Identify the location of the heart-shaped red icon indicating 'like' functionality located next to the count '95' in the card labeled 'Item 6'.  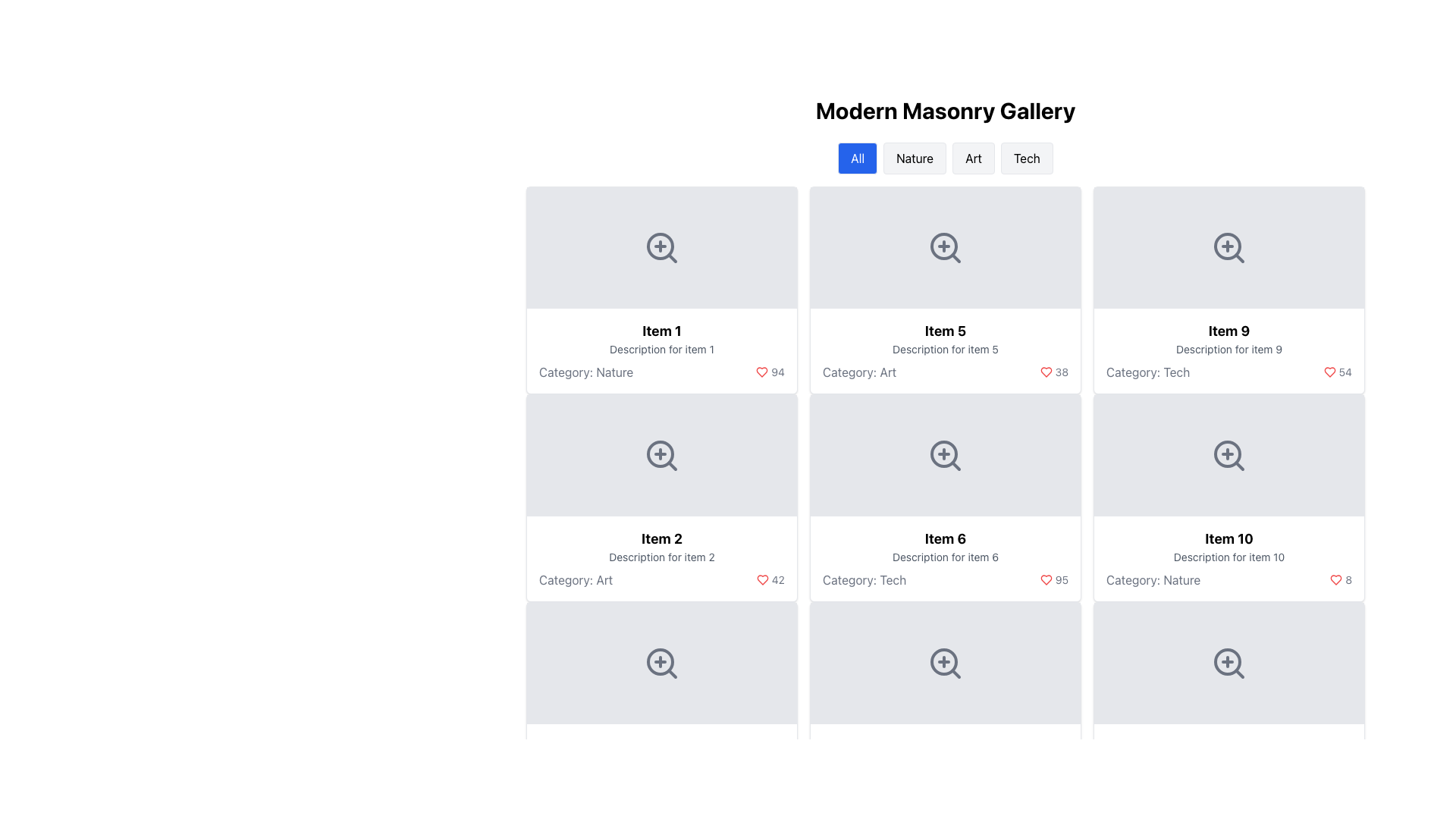
(1045, 579).